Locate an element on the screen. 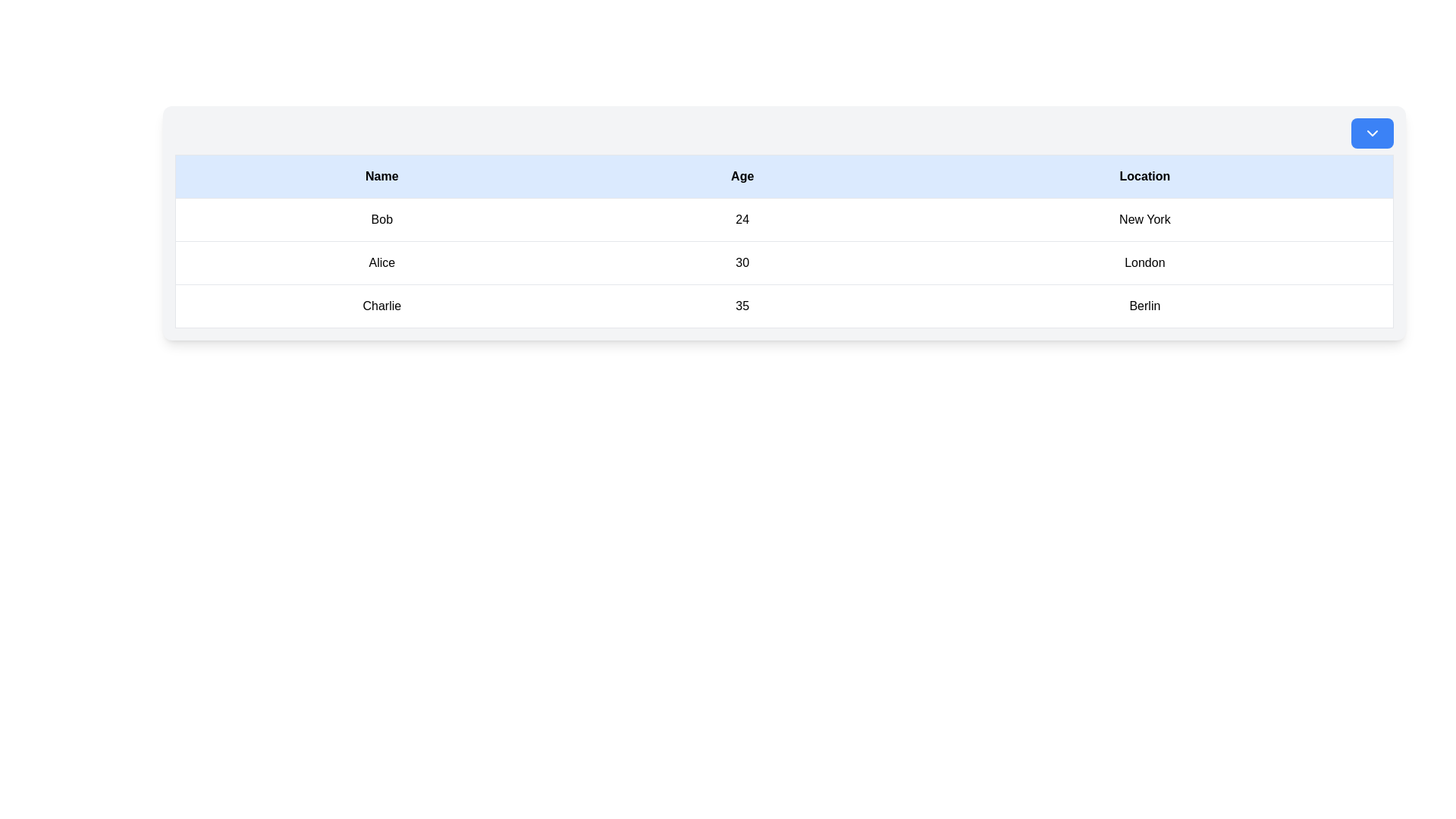 The image size is (1456, 819). the content of the third row in the table displaying the fields 'Name', 'Age', and 'Location' is located at coordinates (784, 306).